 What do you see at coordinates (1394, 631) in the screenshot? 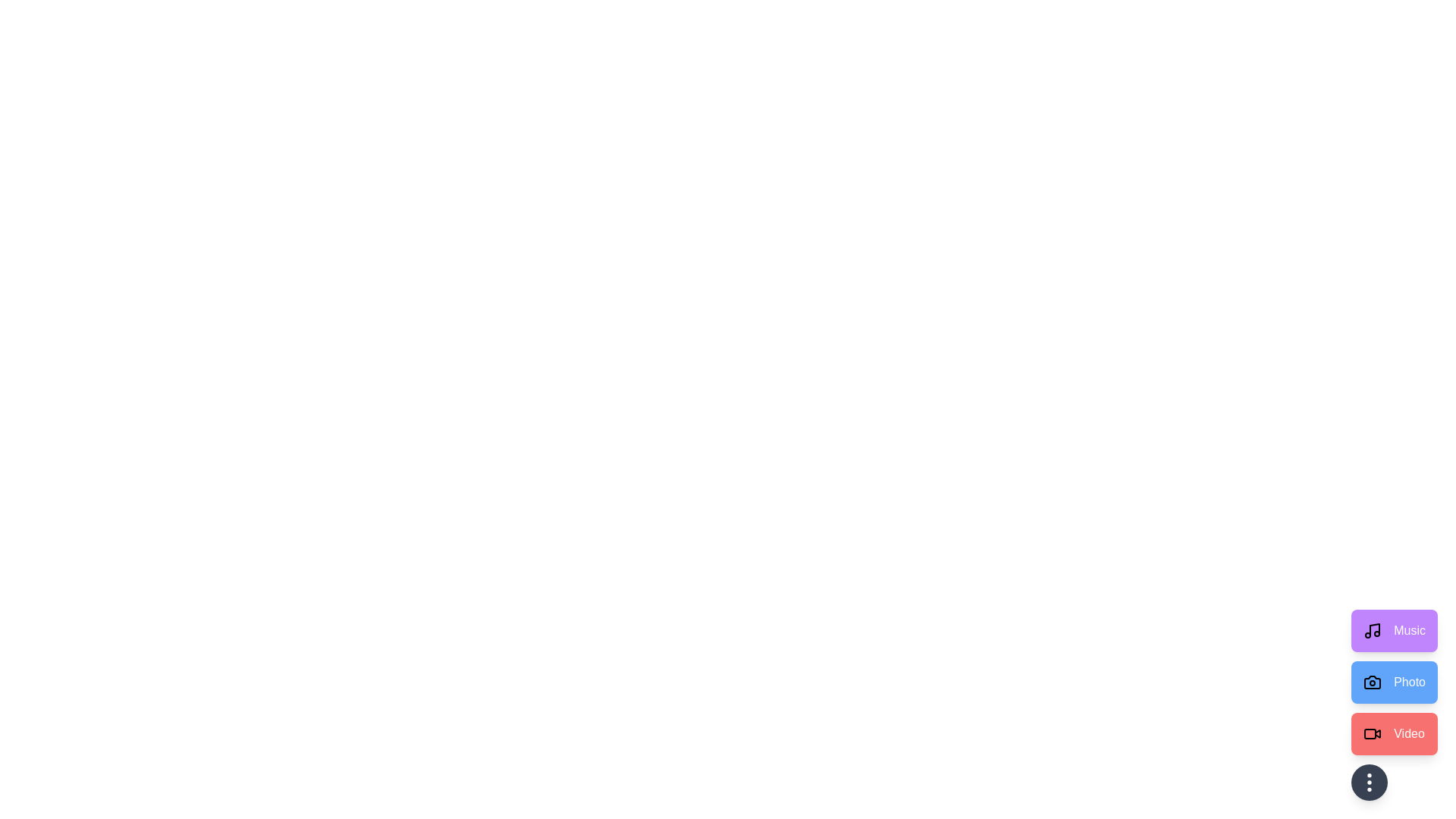
I see `the 'Music' option in the MultimediaSpeedDial component` at bounding box center [1394, 631].